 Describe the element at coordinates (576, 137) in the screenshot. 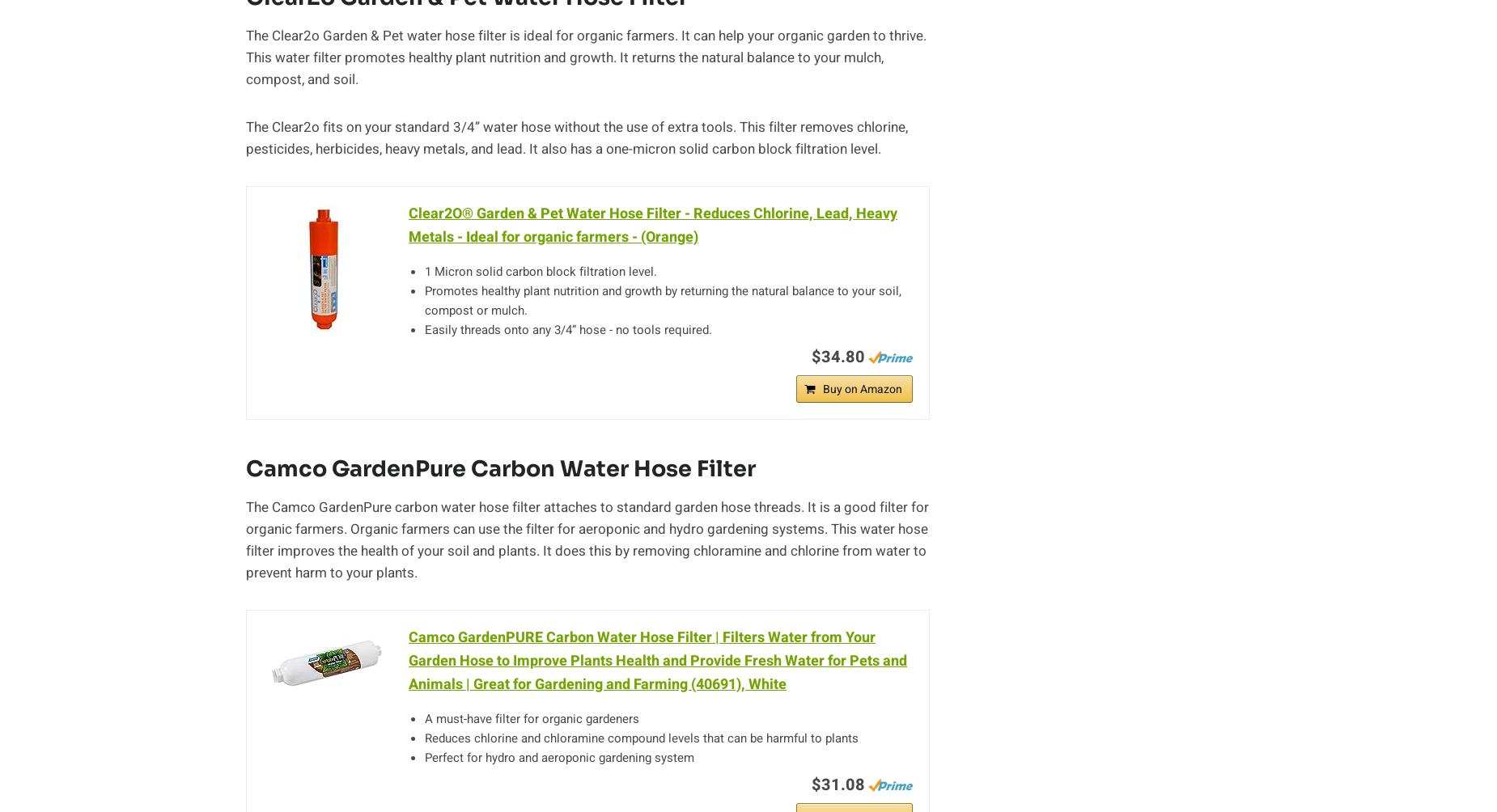

I see `'The Clear2o fits on your standard 3/4” water hose without the use of extra tools. This filter removes chlorine, pesticides, herbicides, heavy metals, and lead. It also has a one-micron solid carbon block filtration level.'` at that location.